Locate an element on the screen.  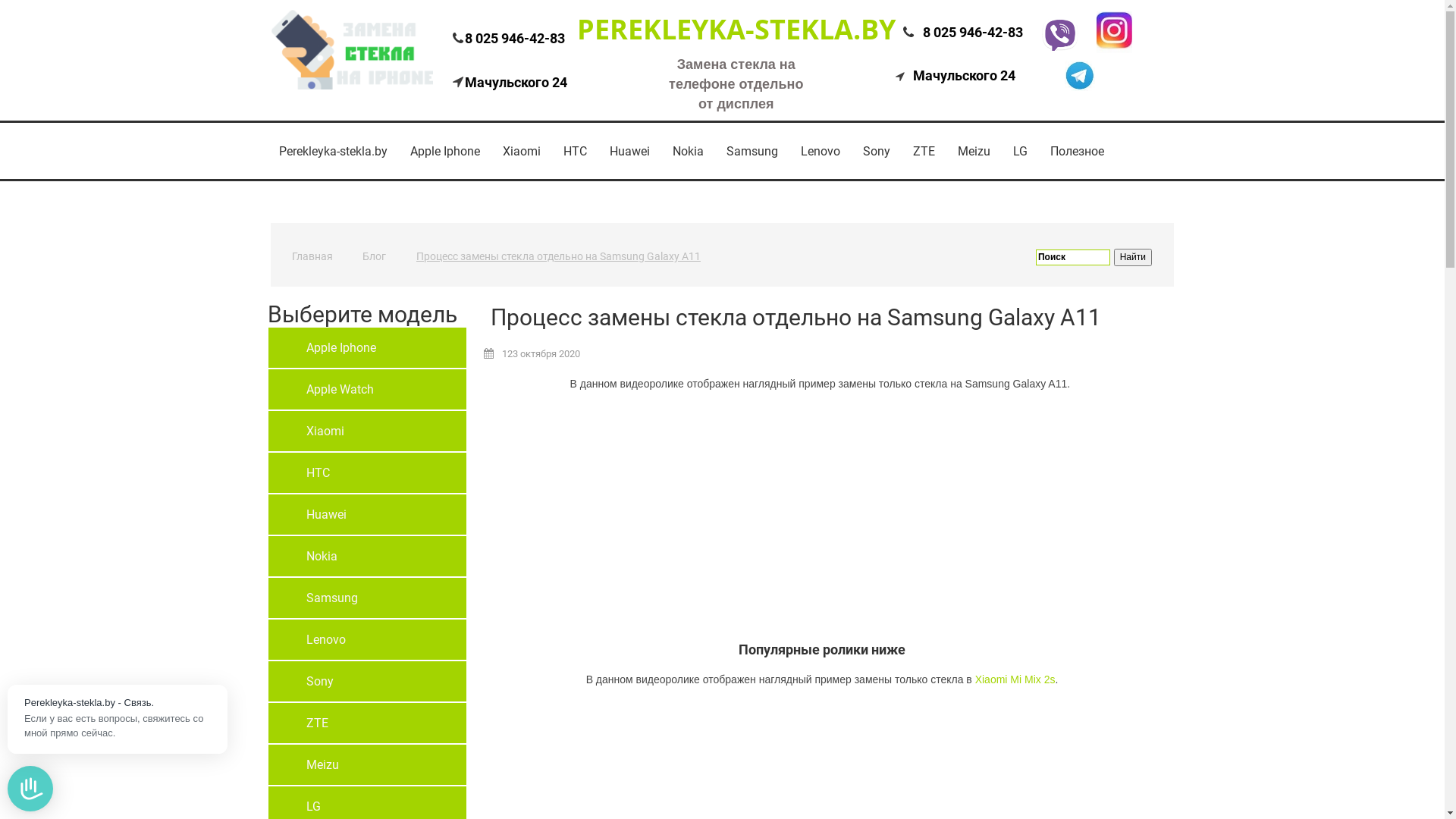
'HTC' is located at coordinates (366, 472).